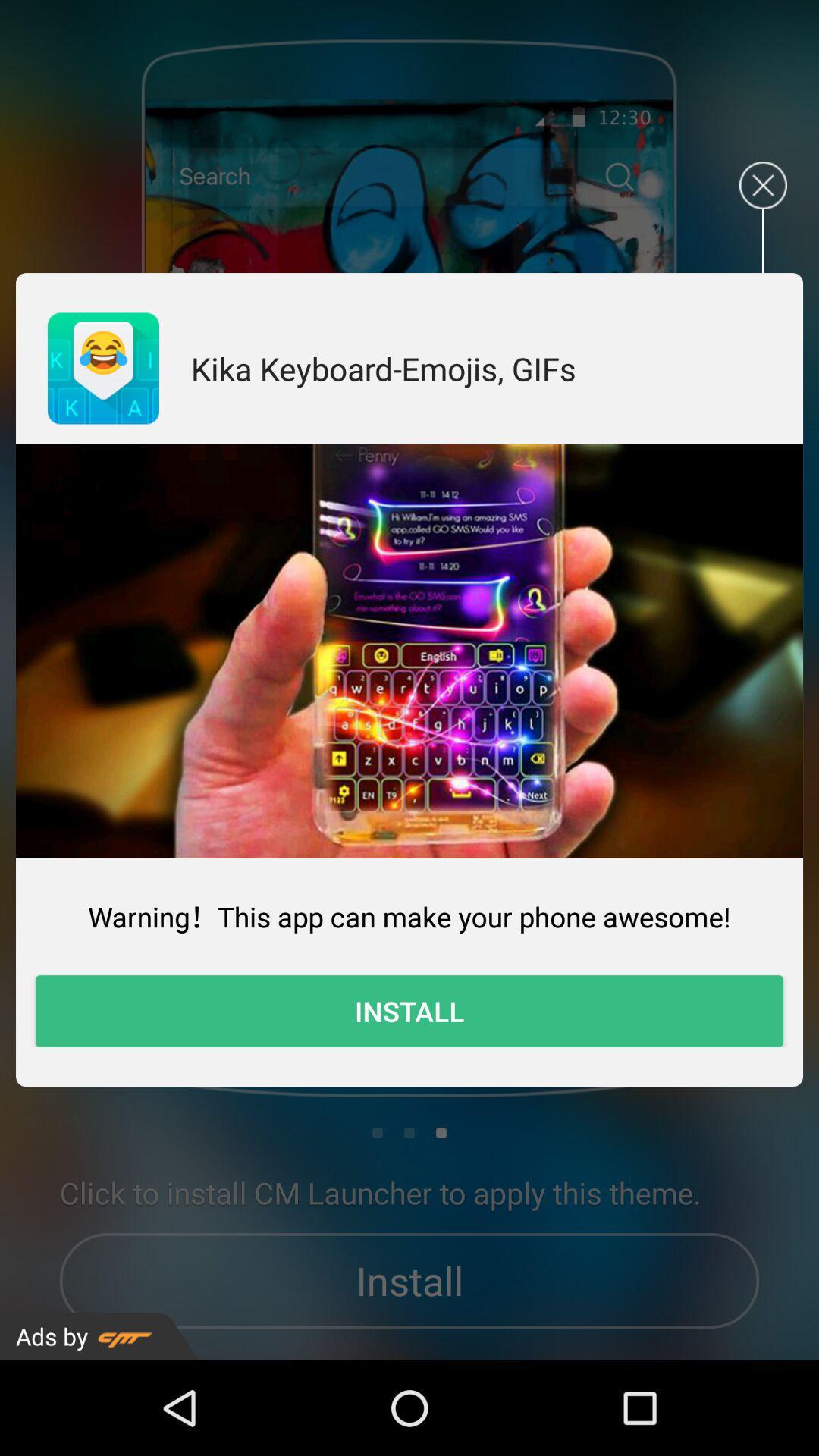  What do you see at coordinates (409, 1011) in the screenshot?
I see `the icon above the ads by  icon` at bounding box center [409, 1011].